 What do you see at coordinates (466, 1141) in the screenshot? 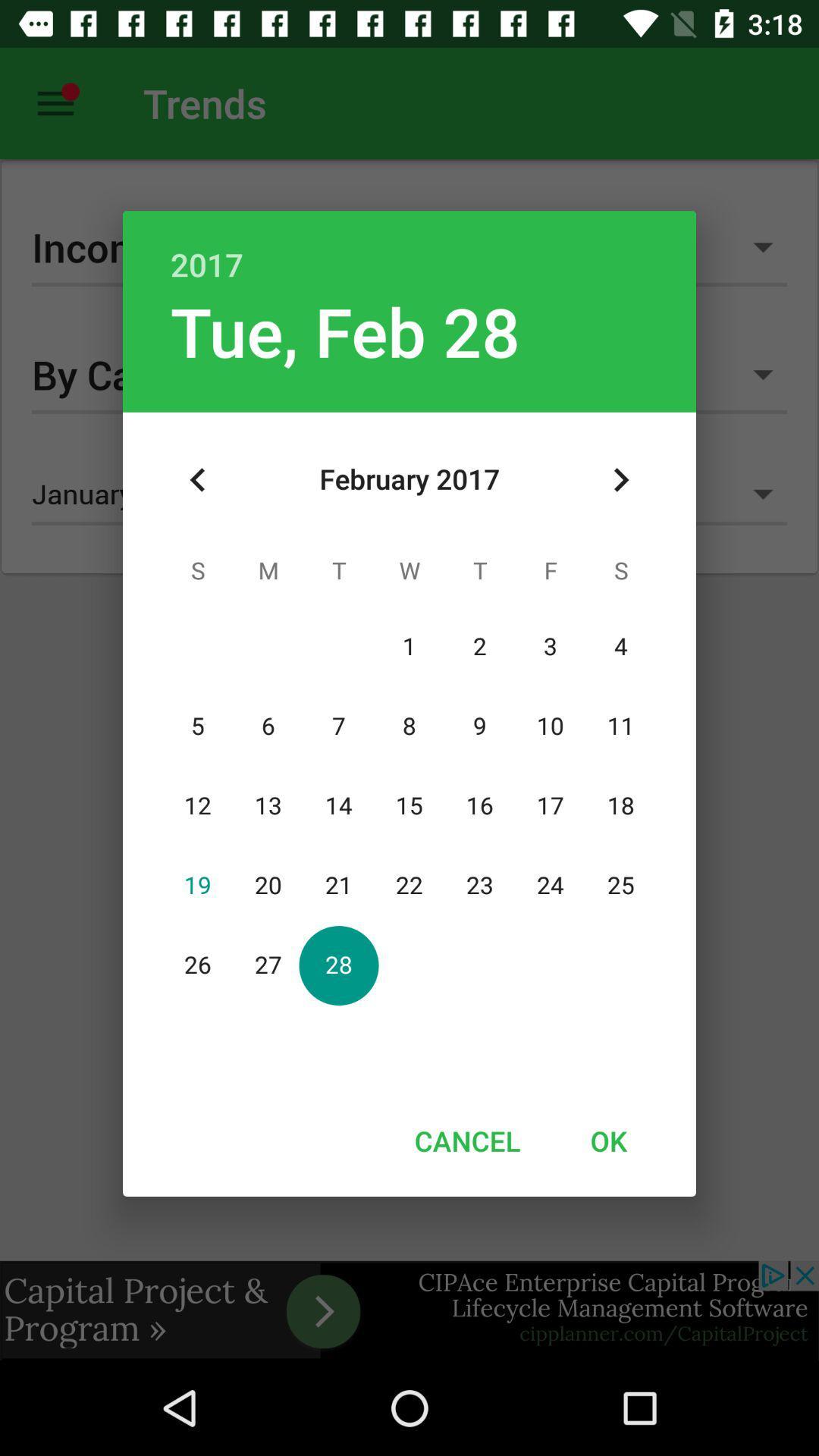
I see `the cancel icon` at bounding box center [466, 1141].